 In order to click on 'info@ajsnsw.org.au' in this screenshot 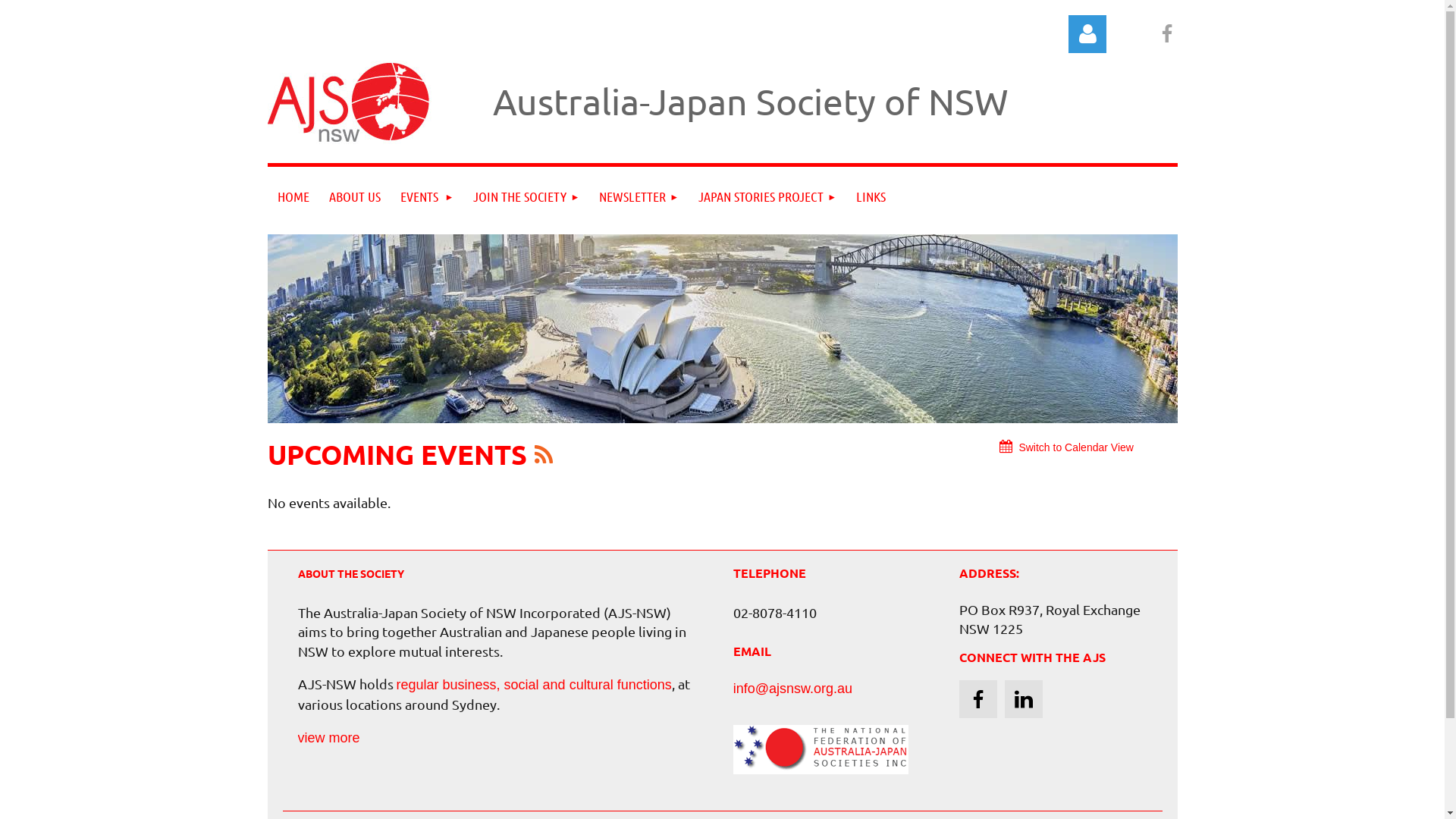, I will do `click(733, 688)`.